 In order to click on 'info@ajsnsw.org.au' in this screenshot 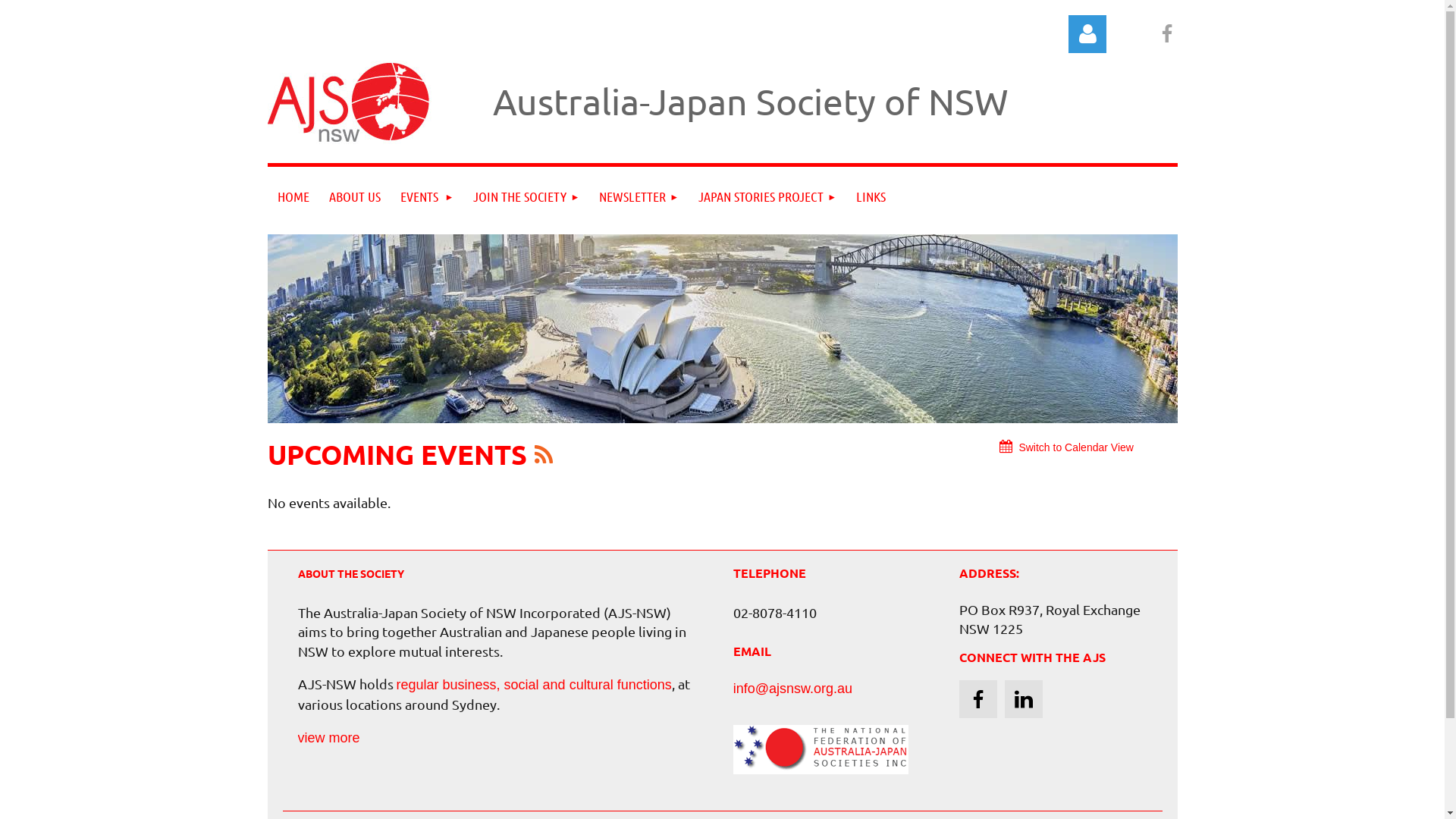, I will do `click(733, 688)`.